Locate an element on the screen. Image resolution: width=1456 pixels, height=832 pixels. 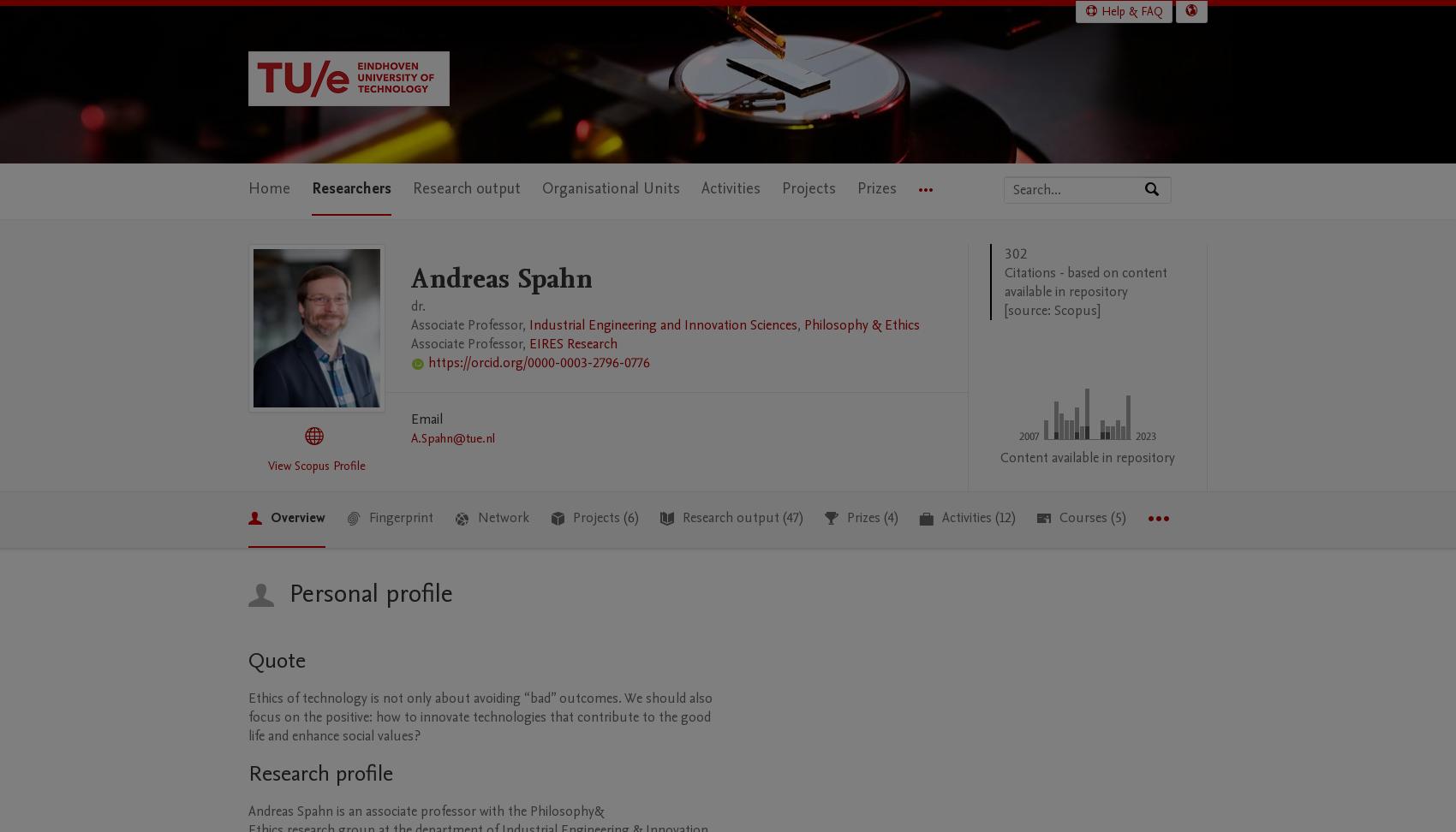
'Quote' is located at coordinates (276, 659).